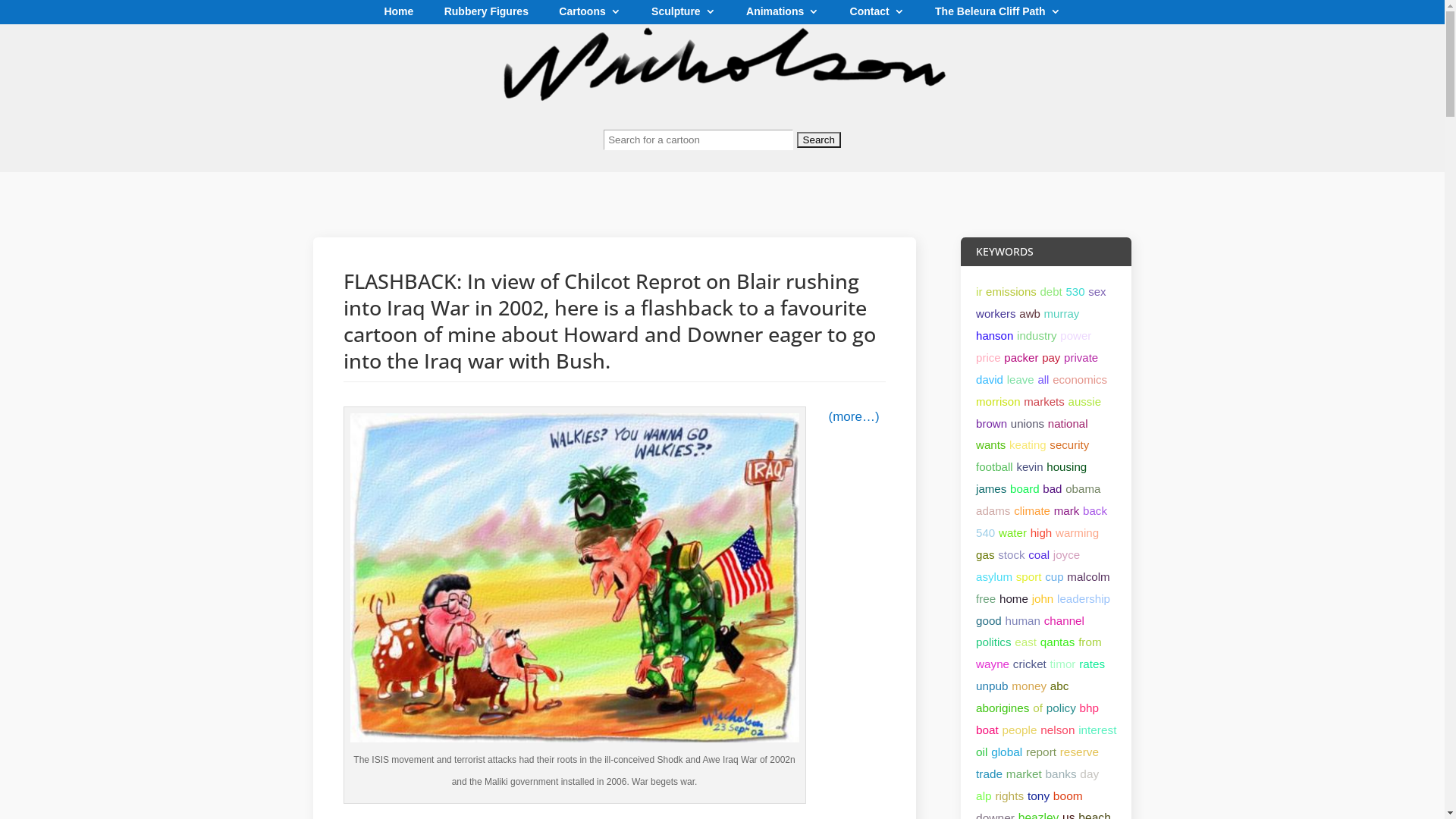  What do you see at coordinates (1080, 357) in the screenshot?
I see `'private'` at bounding box center [1080, 357].